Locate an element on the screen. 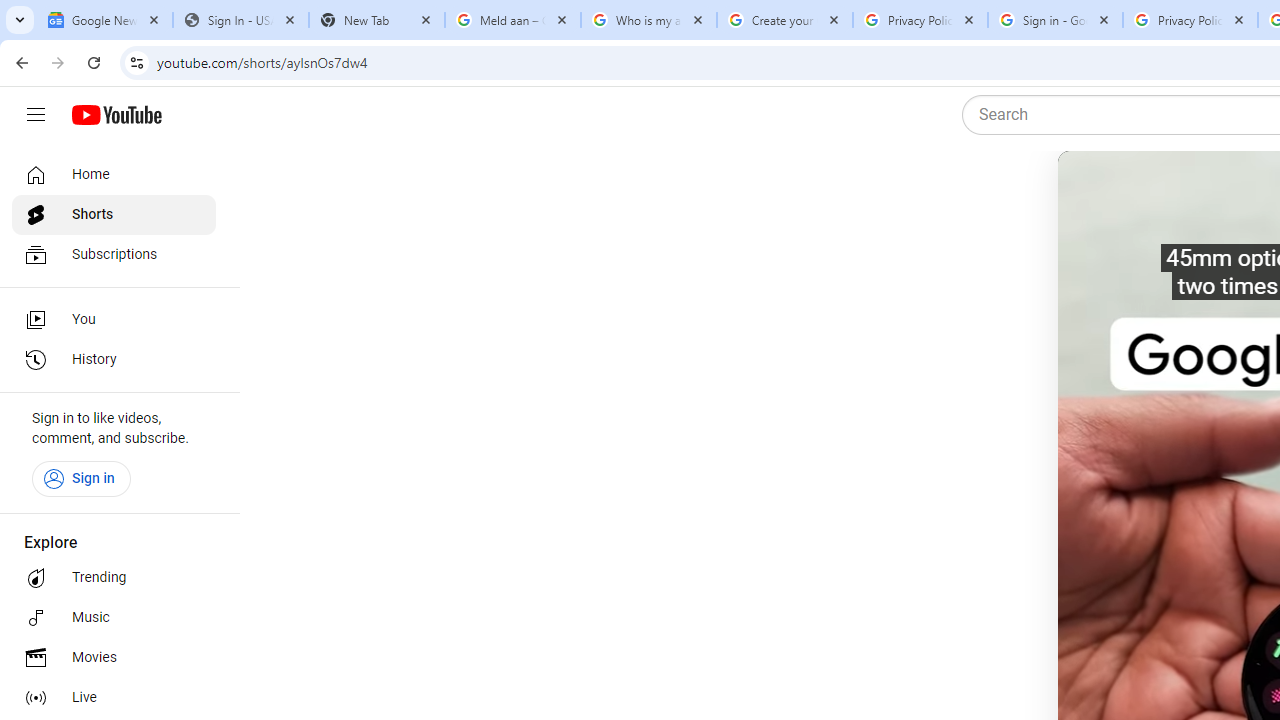  'History' is located at coordinates (112, 360).